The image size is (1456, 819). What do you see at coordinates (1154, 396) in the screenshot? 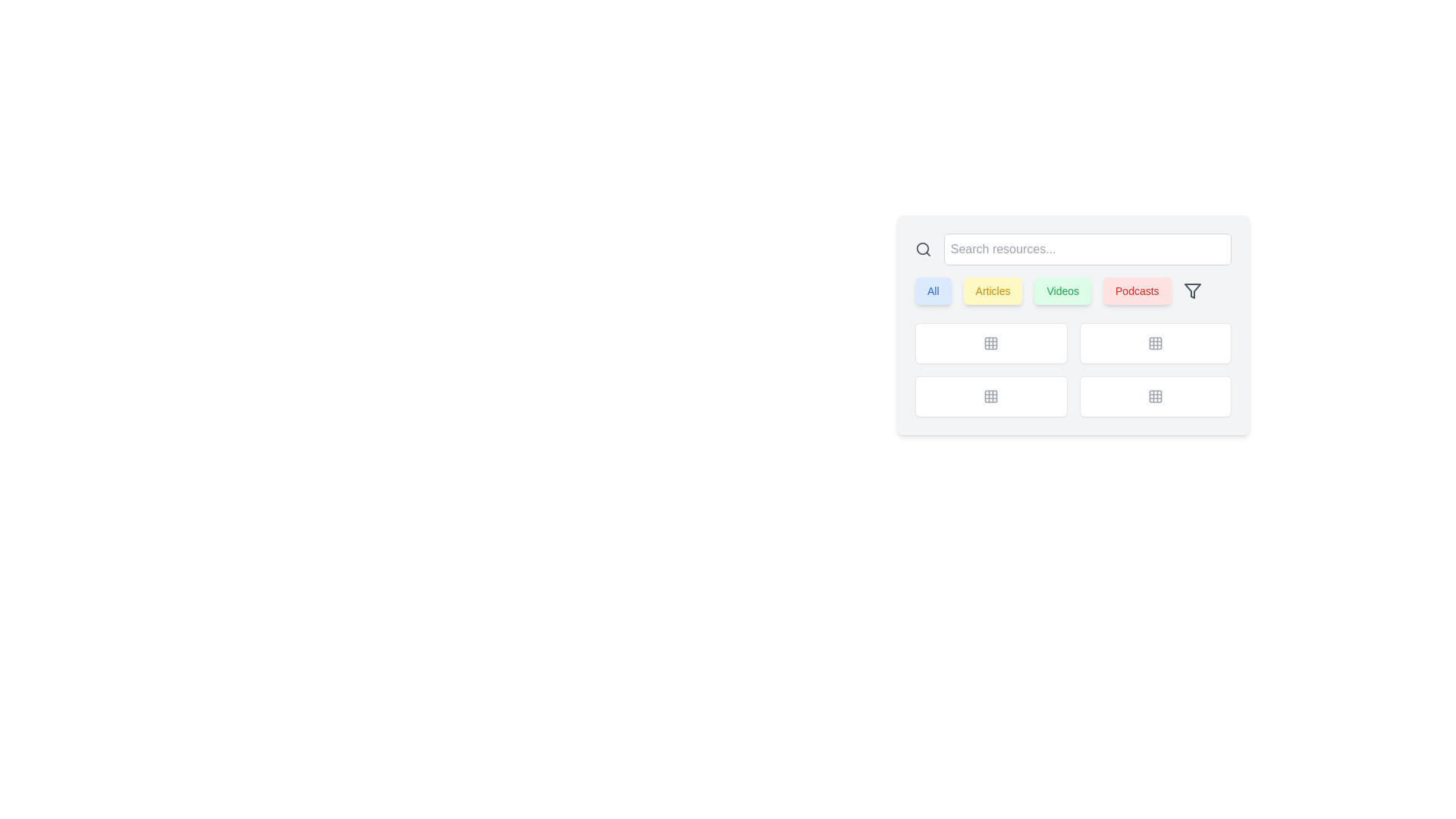
I see `the SVG icon depicting a 3x3 grid structure located` at bounding box center [1154, 396].